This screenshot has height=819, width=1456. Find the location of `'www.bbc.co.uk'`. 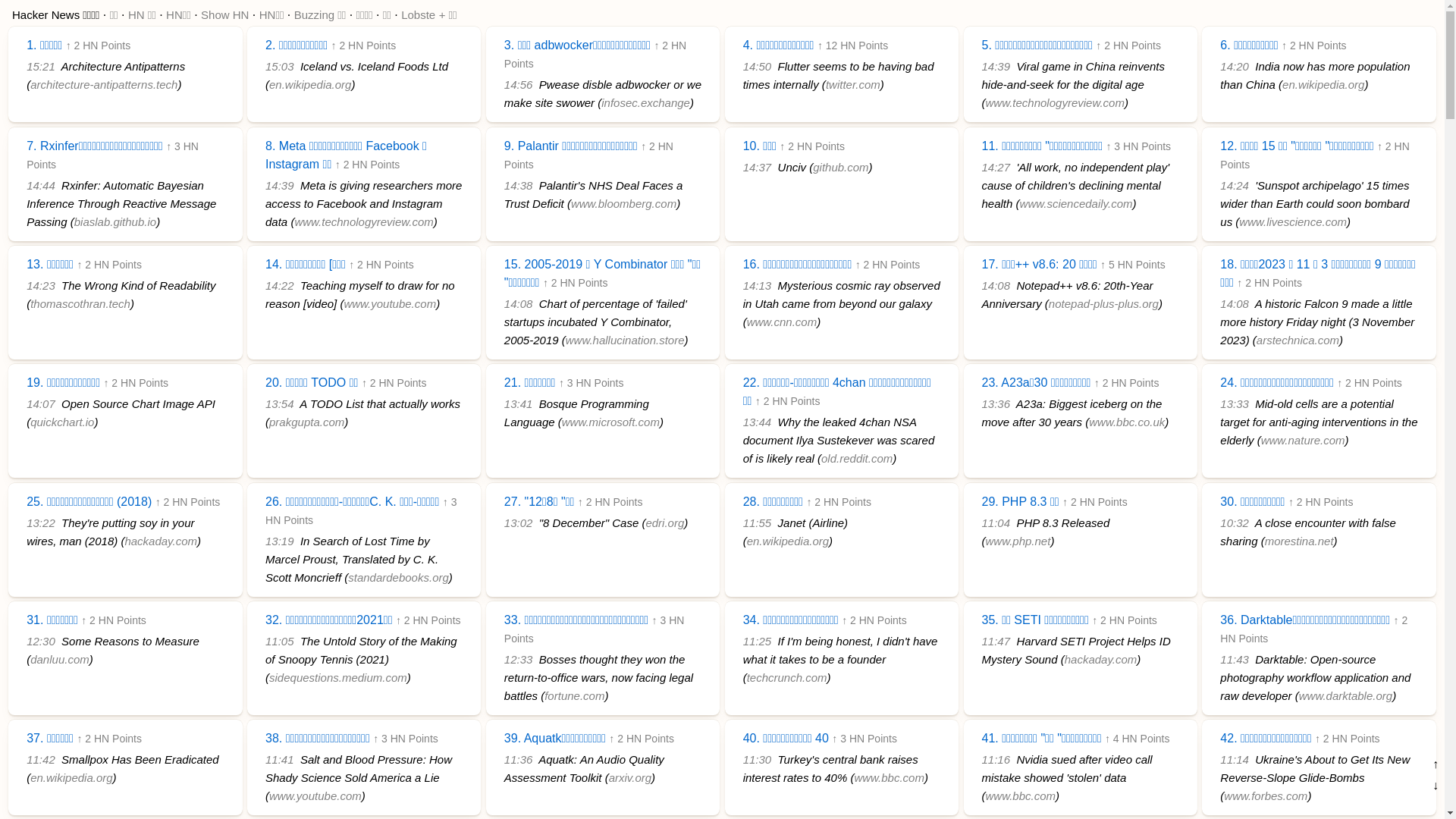

'www.bbc.co.uk' is located at coordinates (1127, 422).